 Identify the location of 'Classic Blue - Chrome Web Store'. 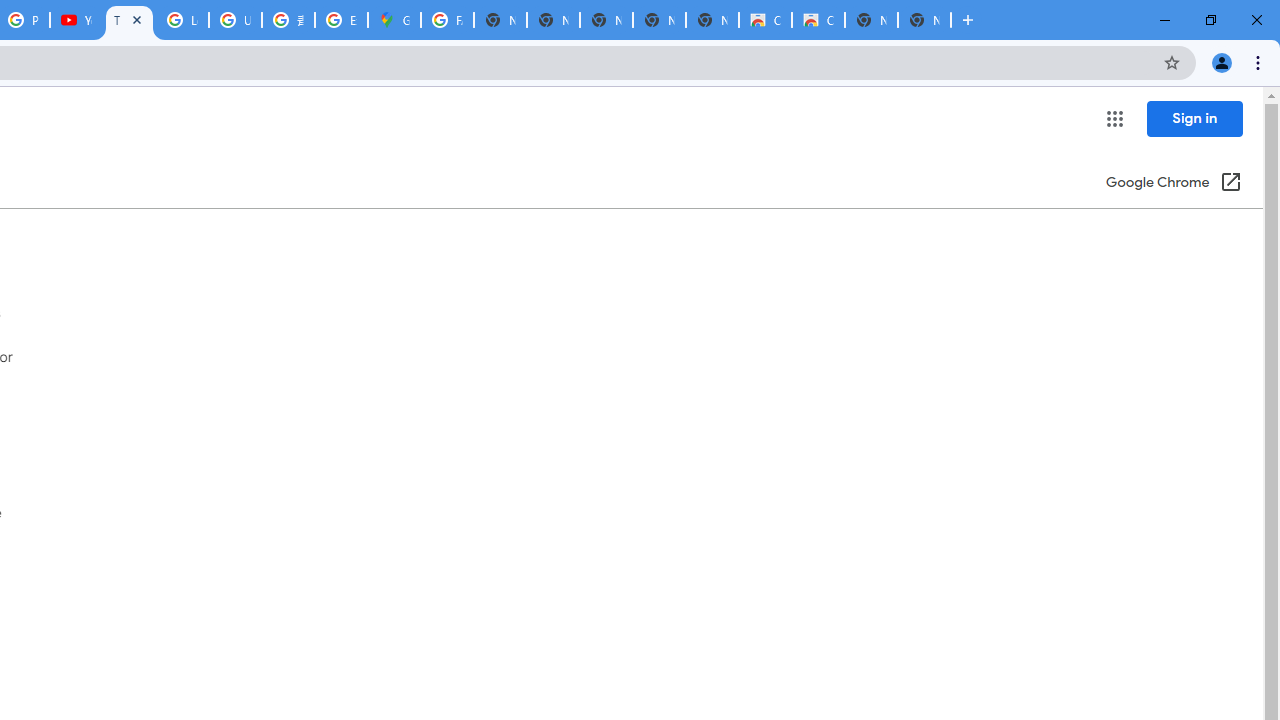
(764, 20).